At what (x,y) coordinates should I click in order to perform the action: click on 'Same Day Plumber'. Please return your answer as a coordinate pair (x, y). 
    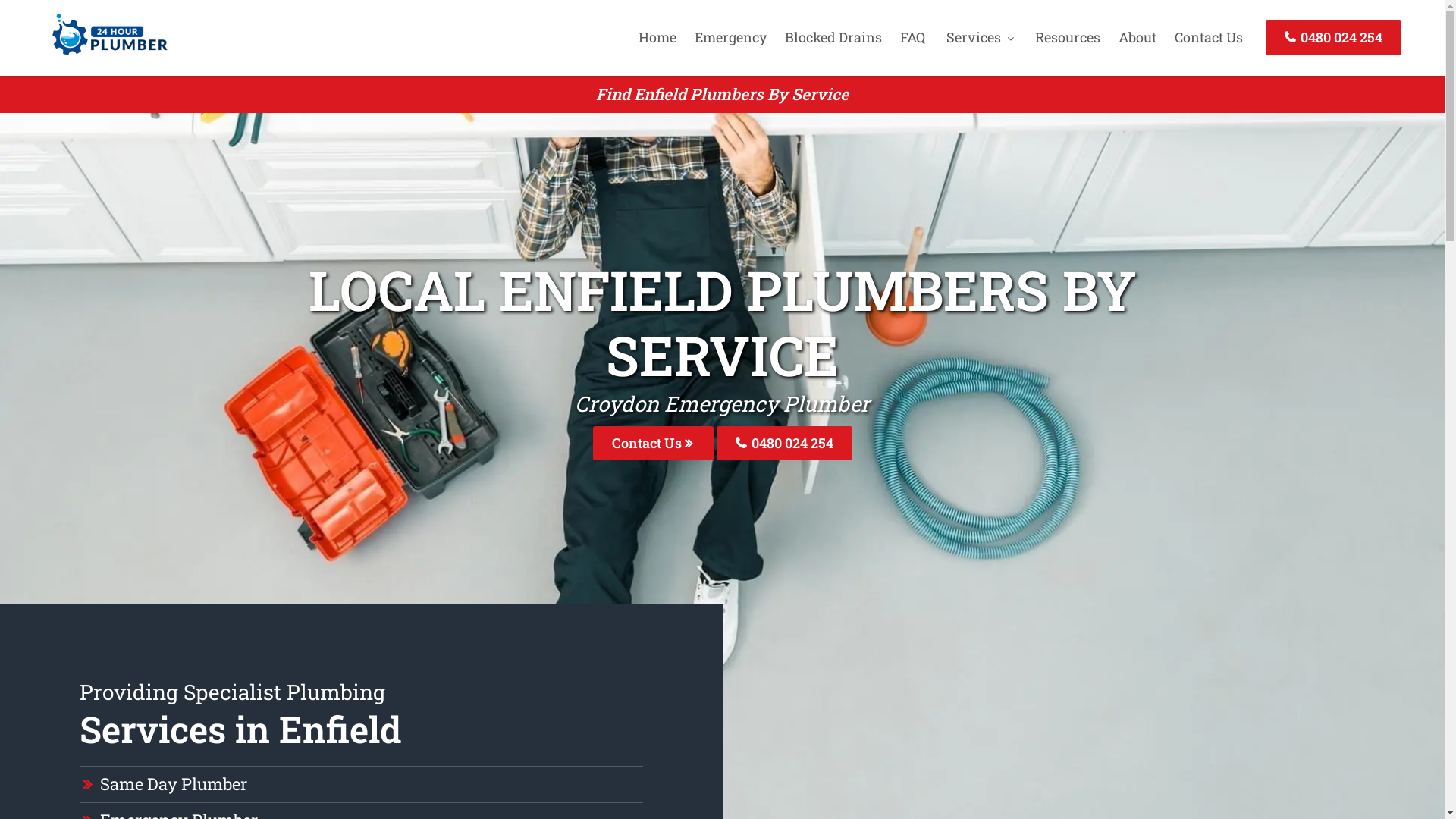
    Looking at the image, I should click on (174, 784).